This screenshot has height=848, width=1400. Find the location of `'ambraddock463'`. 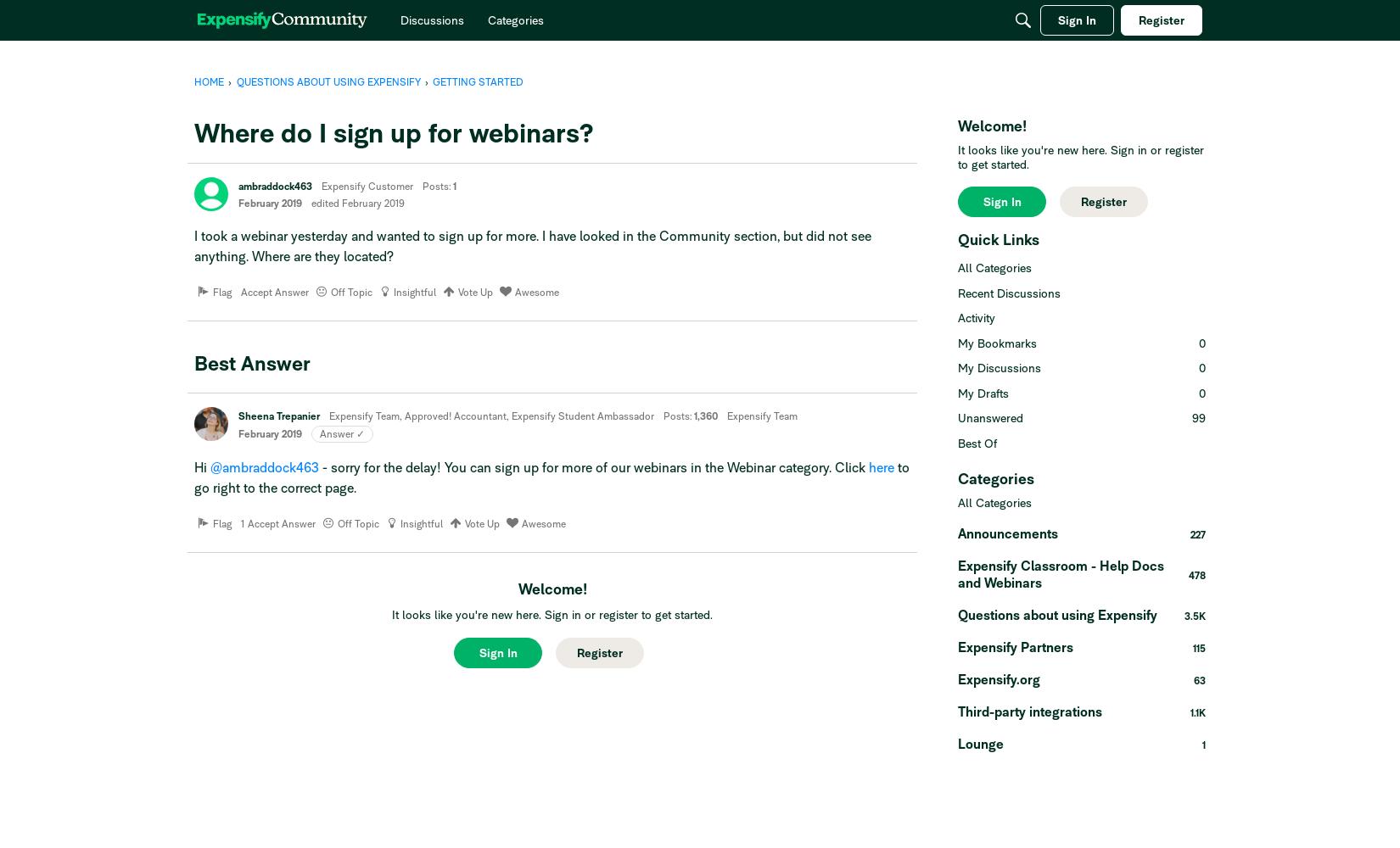

'ambraddock463' is located at coordinates (238, 186).